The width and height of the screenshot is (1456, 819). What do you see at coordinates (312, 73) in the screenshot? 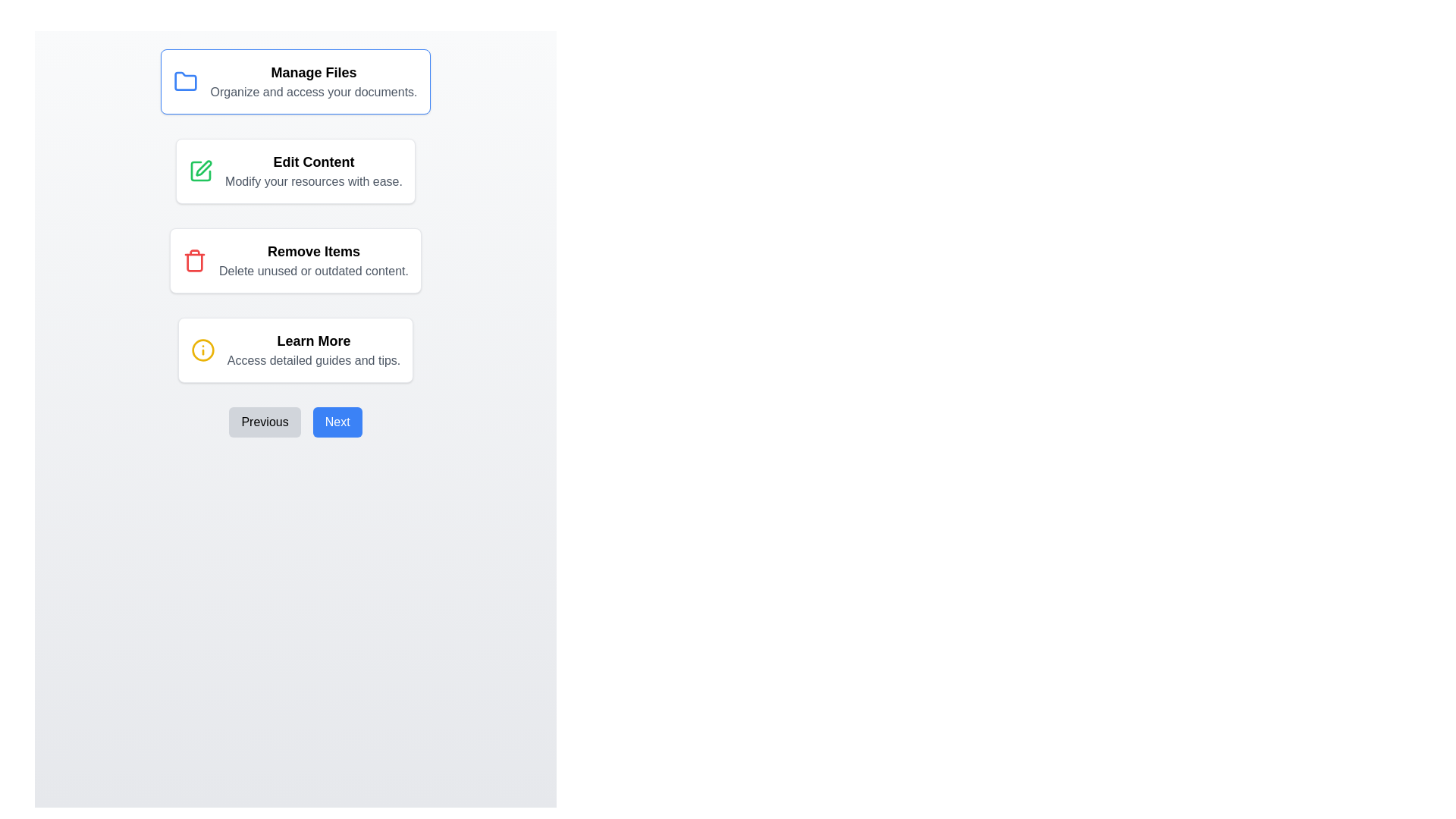
I see `bold text label 'Manage Files' located near the top of the interface, above the descriptive text 'Organize and access your documents.'` at bounding box center [312, 73].